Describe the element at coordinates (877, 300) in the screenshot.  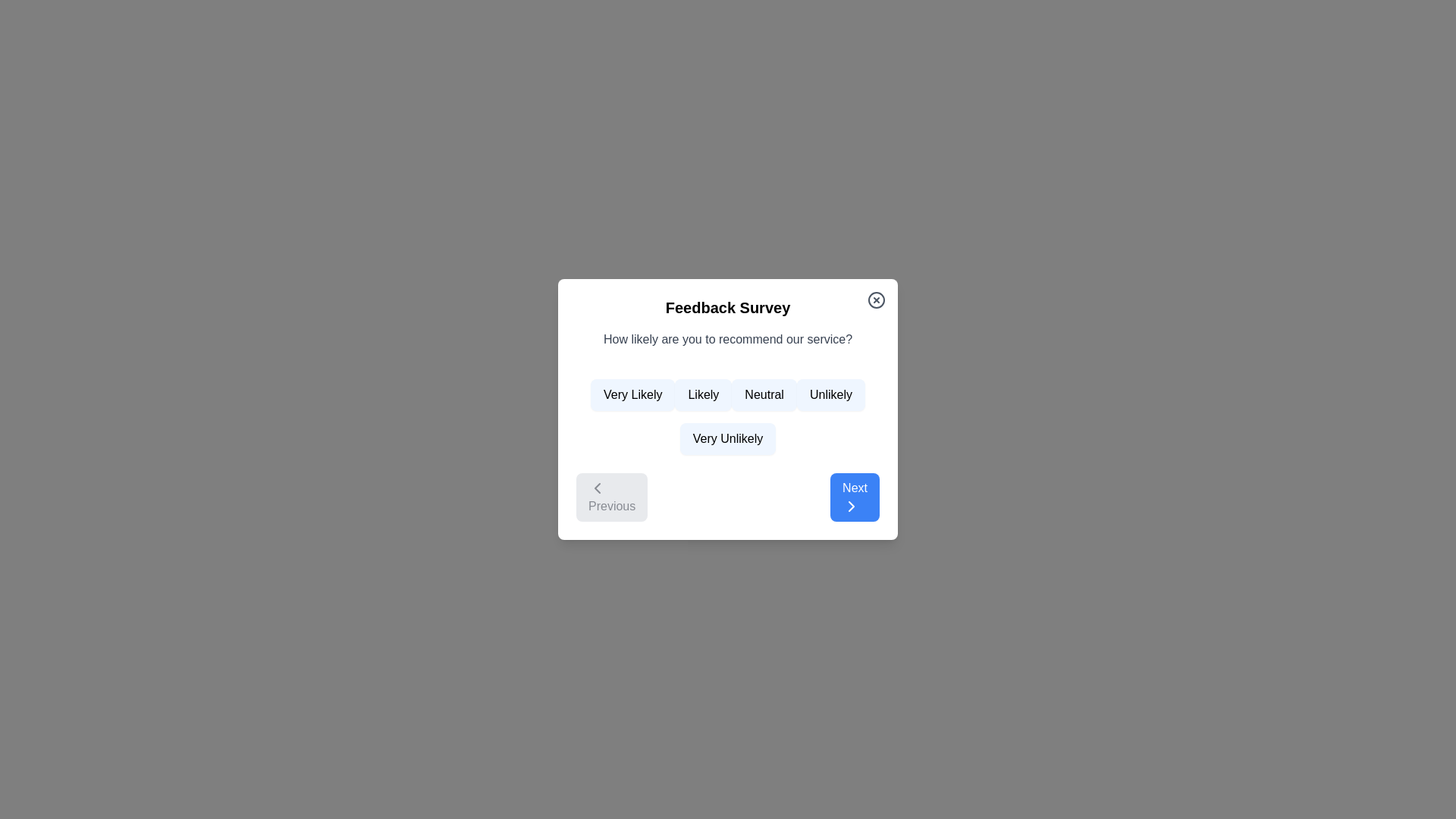
I see `the circular close button with a cross mark located in the top-right corner of the feedback survey modal` at that location.